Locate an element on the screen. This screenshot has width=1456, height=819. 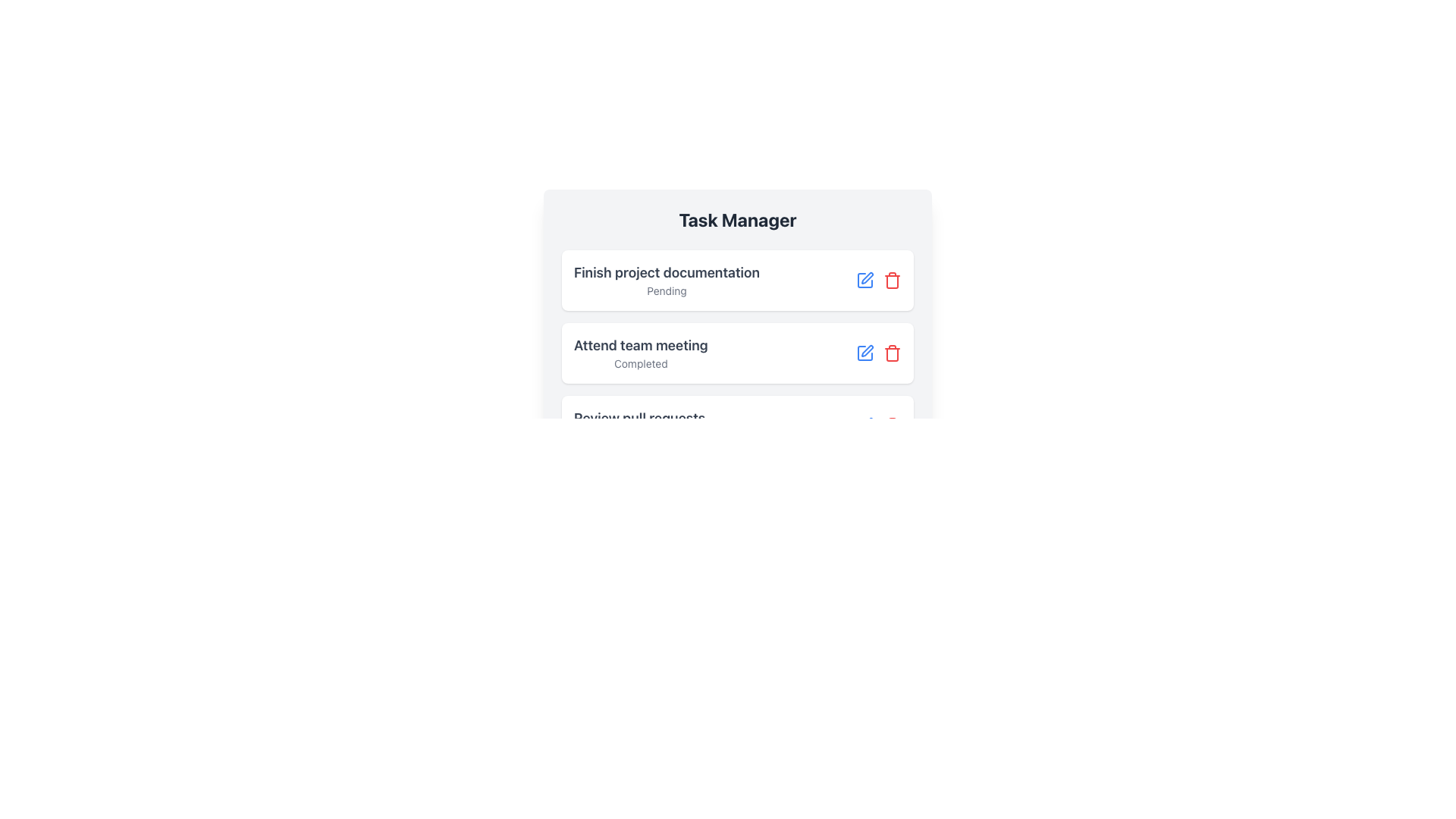
the design of the red-stroke trash can icon segment located to the right of the task entries in the second task row titled 'Attend team meeting' is located at coordinates (892, 281).